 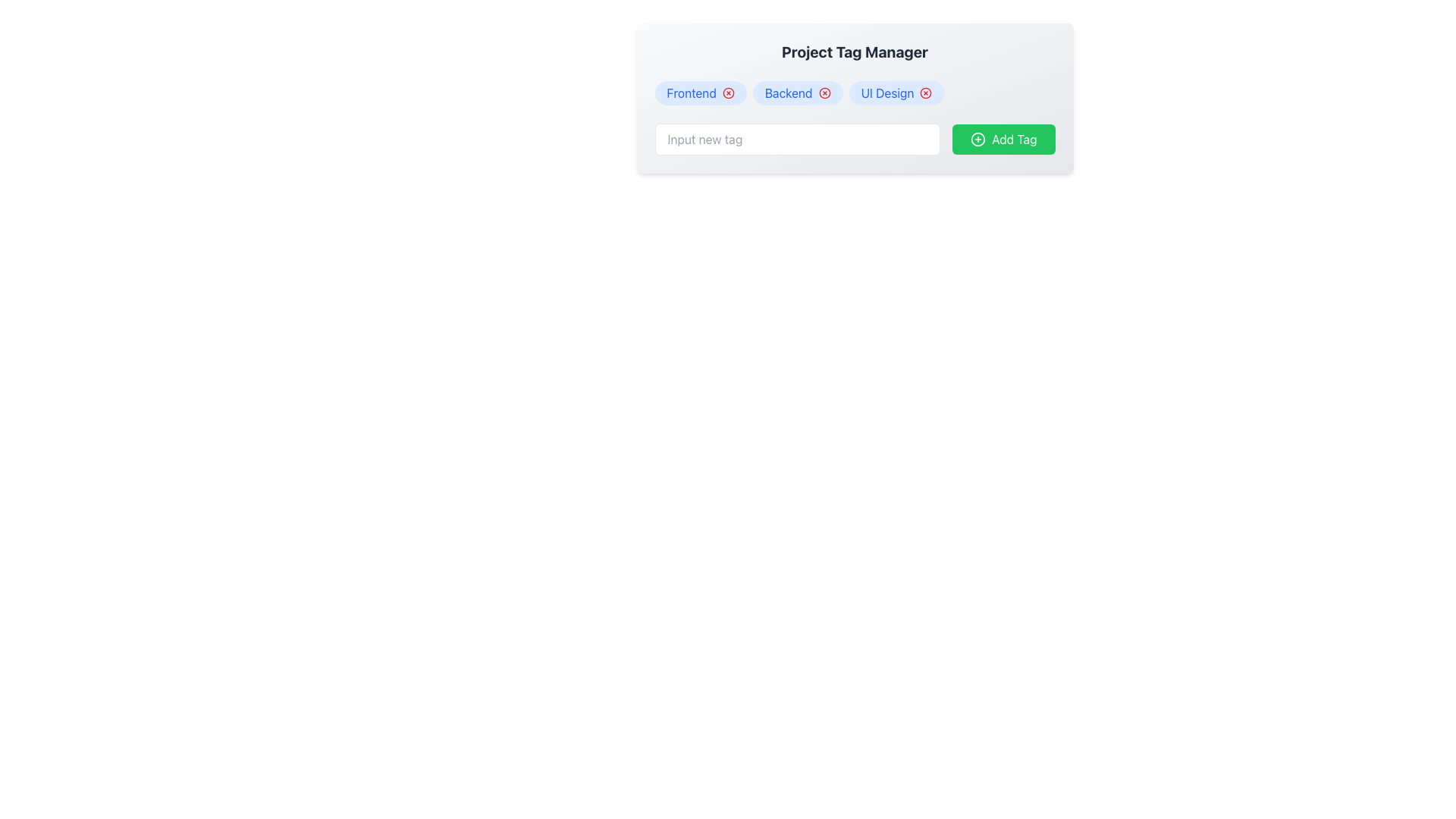 I want to click on the 'Add Tag' icon, which is part of the circular green button labeled 'Add Tag' located at the far right of the horizontal bar under the header 'Project Tag Manager', so click(x=978, y=140).